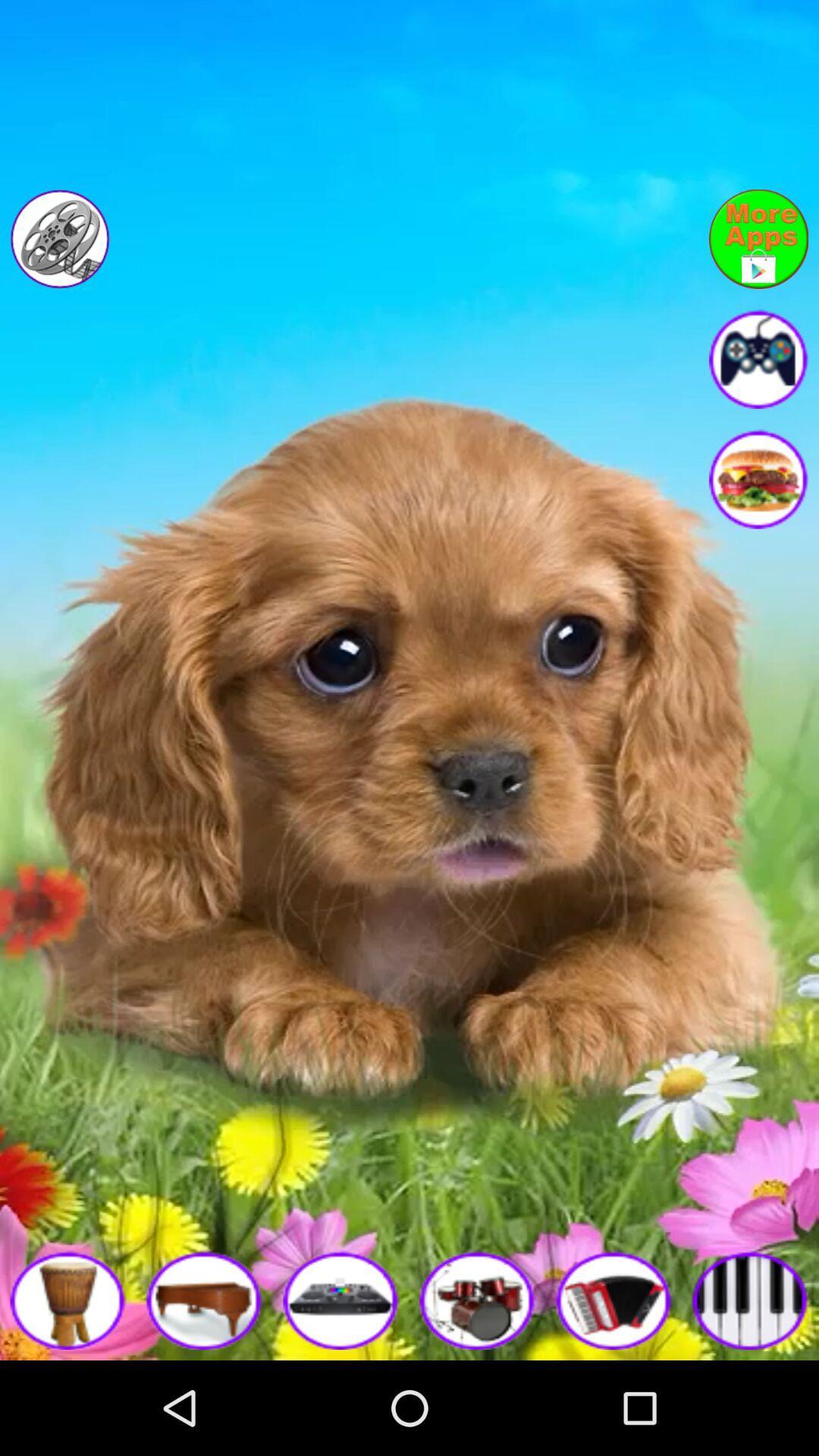 This screenshot has height=1456, width=819. I want to click on game, so click(341, 1299).